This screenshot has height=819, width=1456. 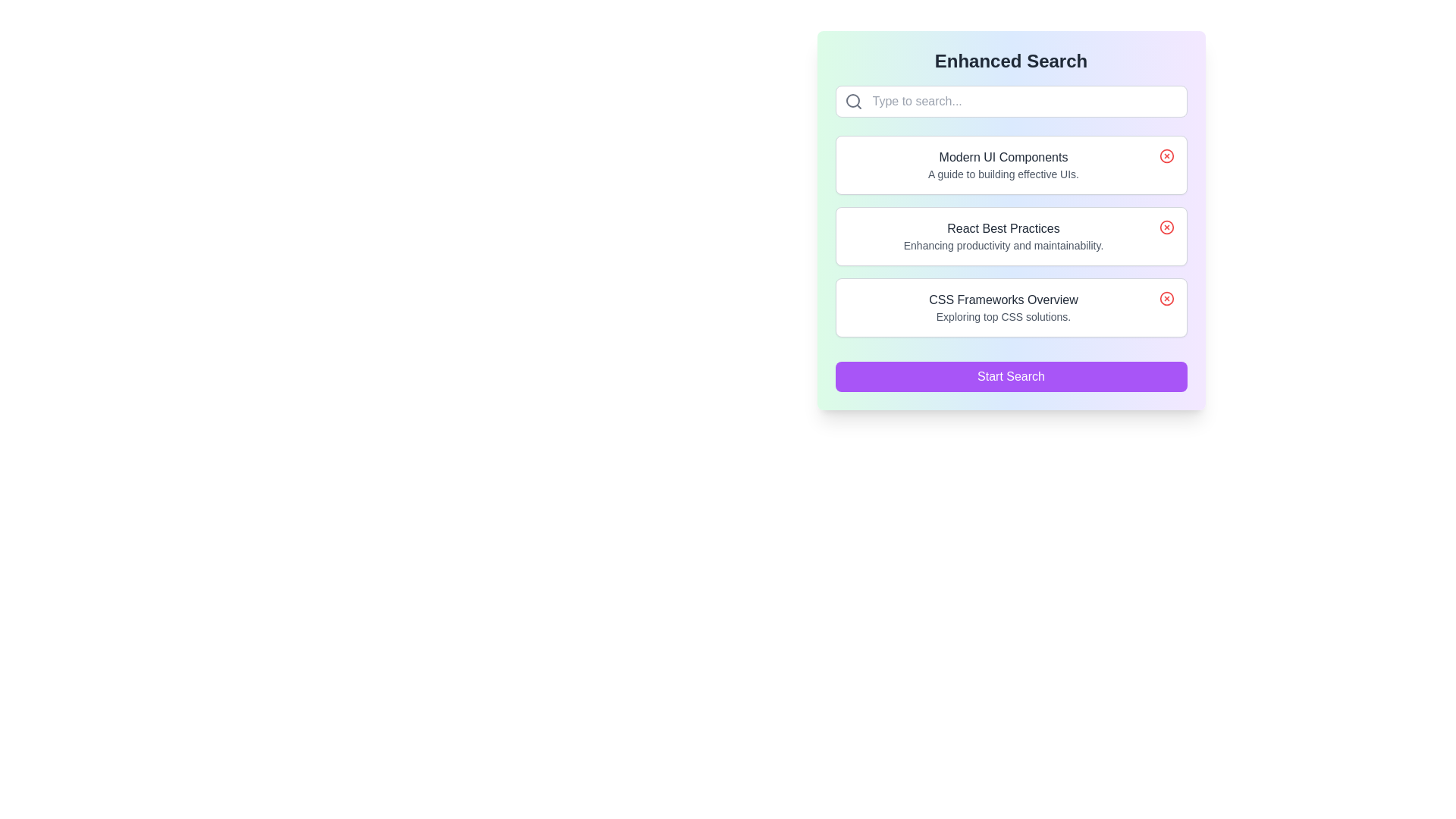 I want to click on the first list item titled 'Modern UI Components', so click(x=1003, y=165).